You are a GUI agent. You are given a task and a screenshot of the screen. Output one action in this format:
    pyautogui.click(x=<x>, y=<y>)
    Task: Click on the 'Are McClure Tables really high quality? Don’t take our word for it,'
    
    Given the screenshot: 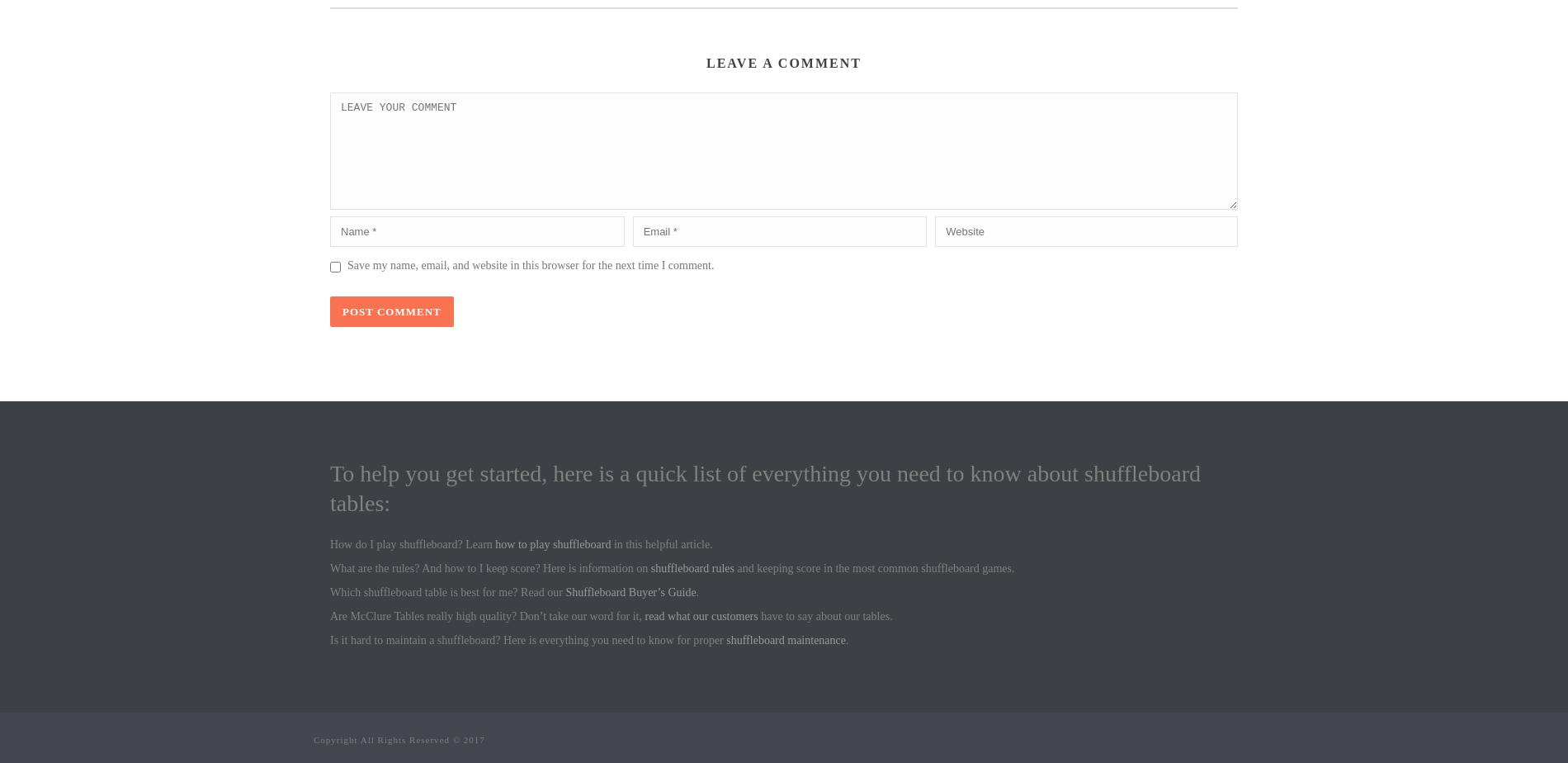 What is the action you would take?
    pyautogui.click(x=487, y=616)
    